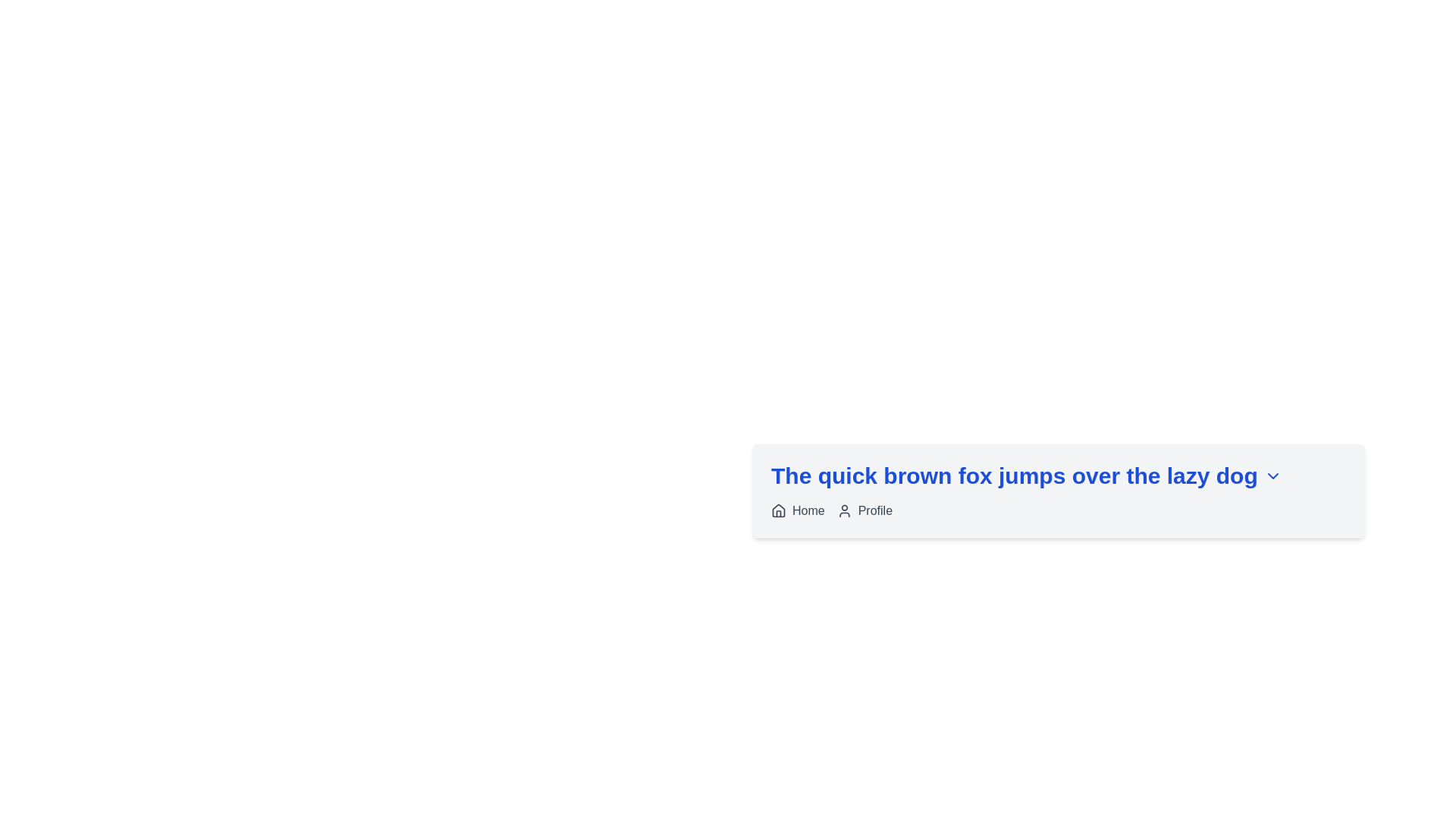  What do you see at coordinates (797, 511) in the screenshot?
I see `the 'Home' label in the interactive navigation bar, which consists of a house icon followed by the text 'Home'` at bounding box center [797, 511].